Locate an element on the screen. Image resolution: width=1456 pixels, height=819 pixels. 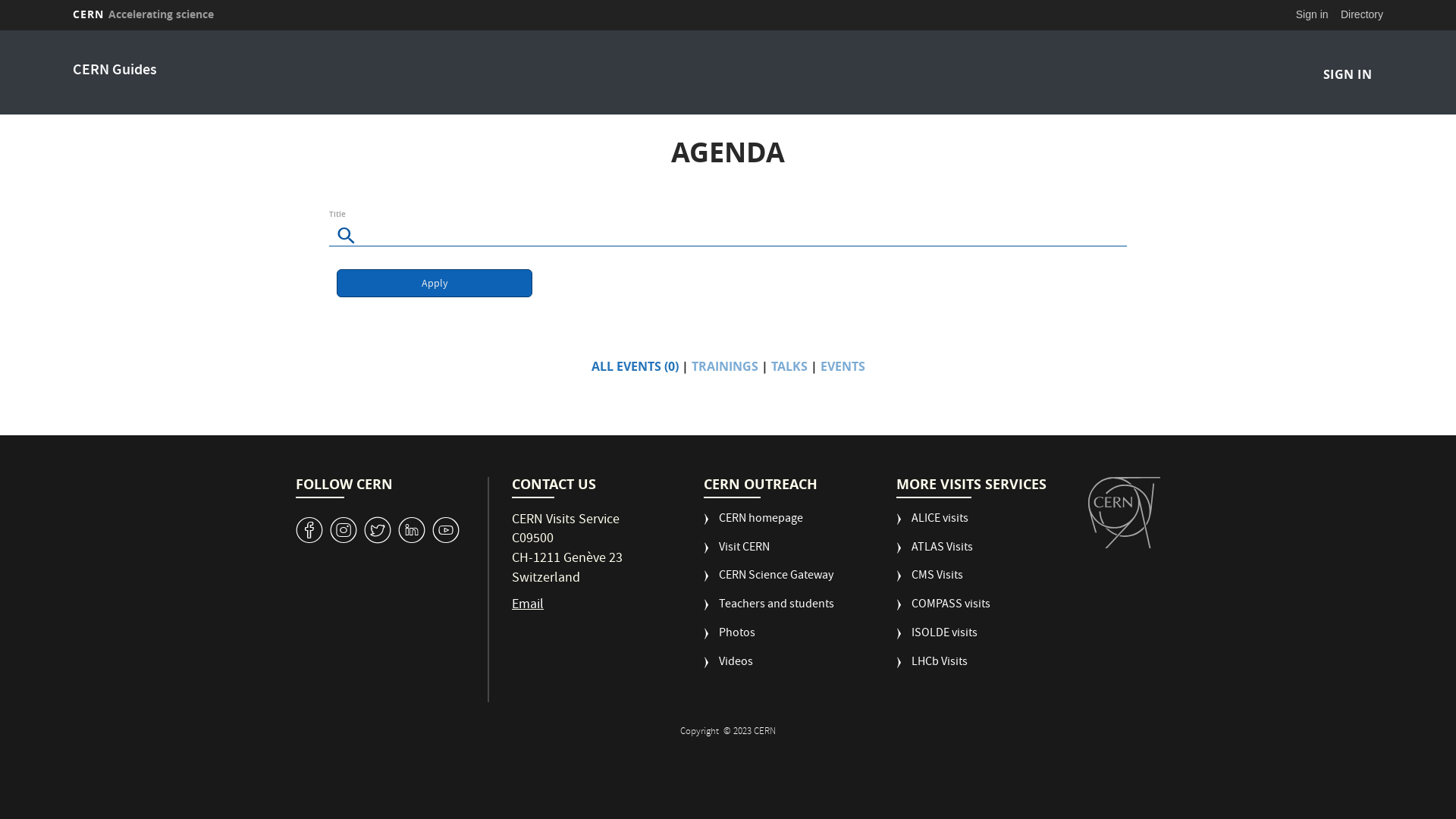
'CERN' is located at coordinates (1124, 512).